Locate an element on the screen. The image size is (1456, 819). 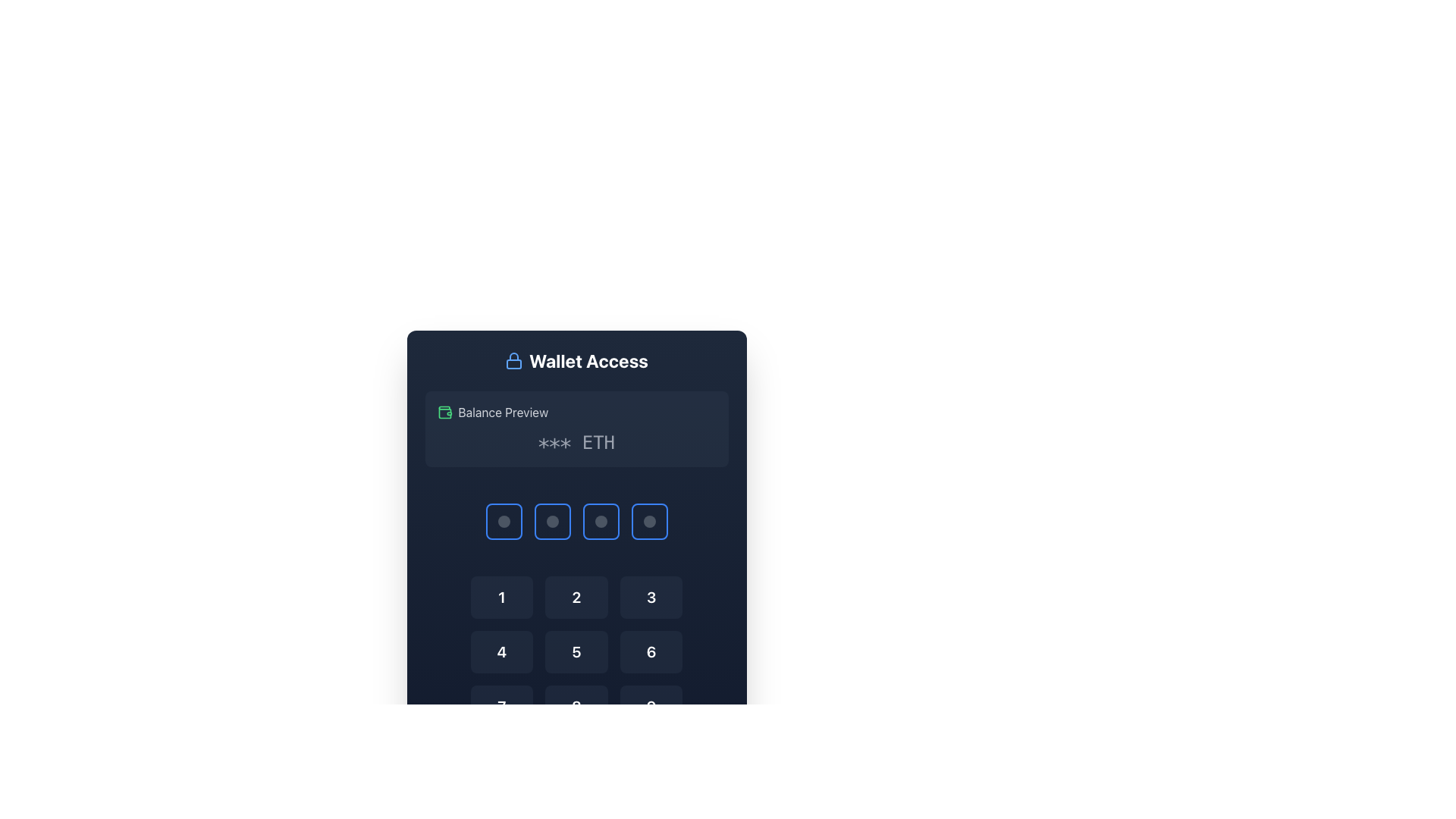
the Informative panel displaying the balance preview, which includes a wallet icon and the text 'Balance Preview' above the current balance formatted as '*** ETH' is located at coordinates (576, 429).